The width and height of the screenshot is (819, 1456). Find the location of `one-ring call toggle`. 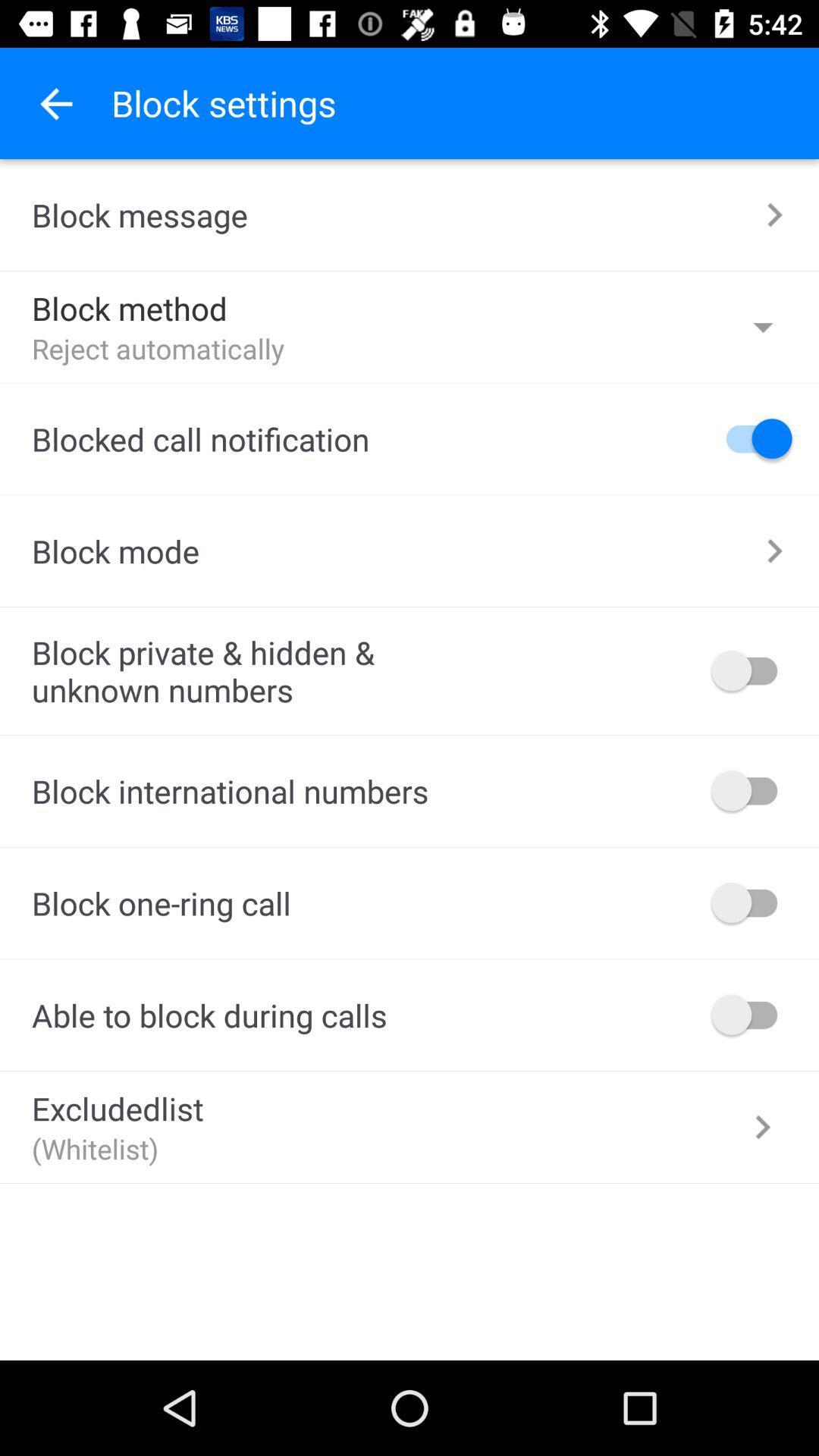

one-ring call toggle is located at coordinates (752, 902).